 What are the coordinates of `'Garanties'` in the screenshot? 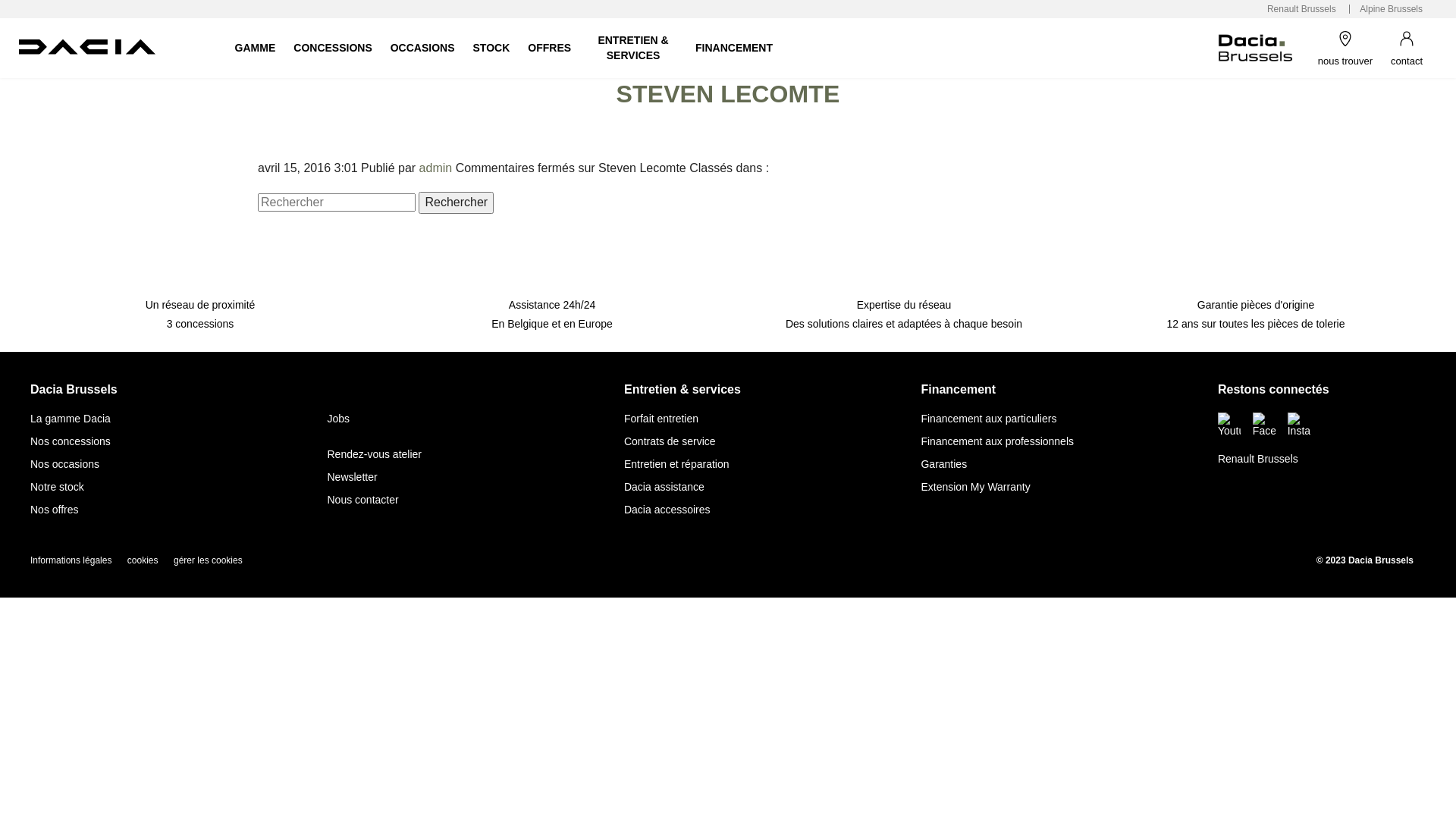 It's located at (920, 463).